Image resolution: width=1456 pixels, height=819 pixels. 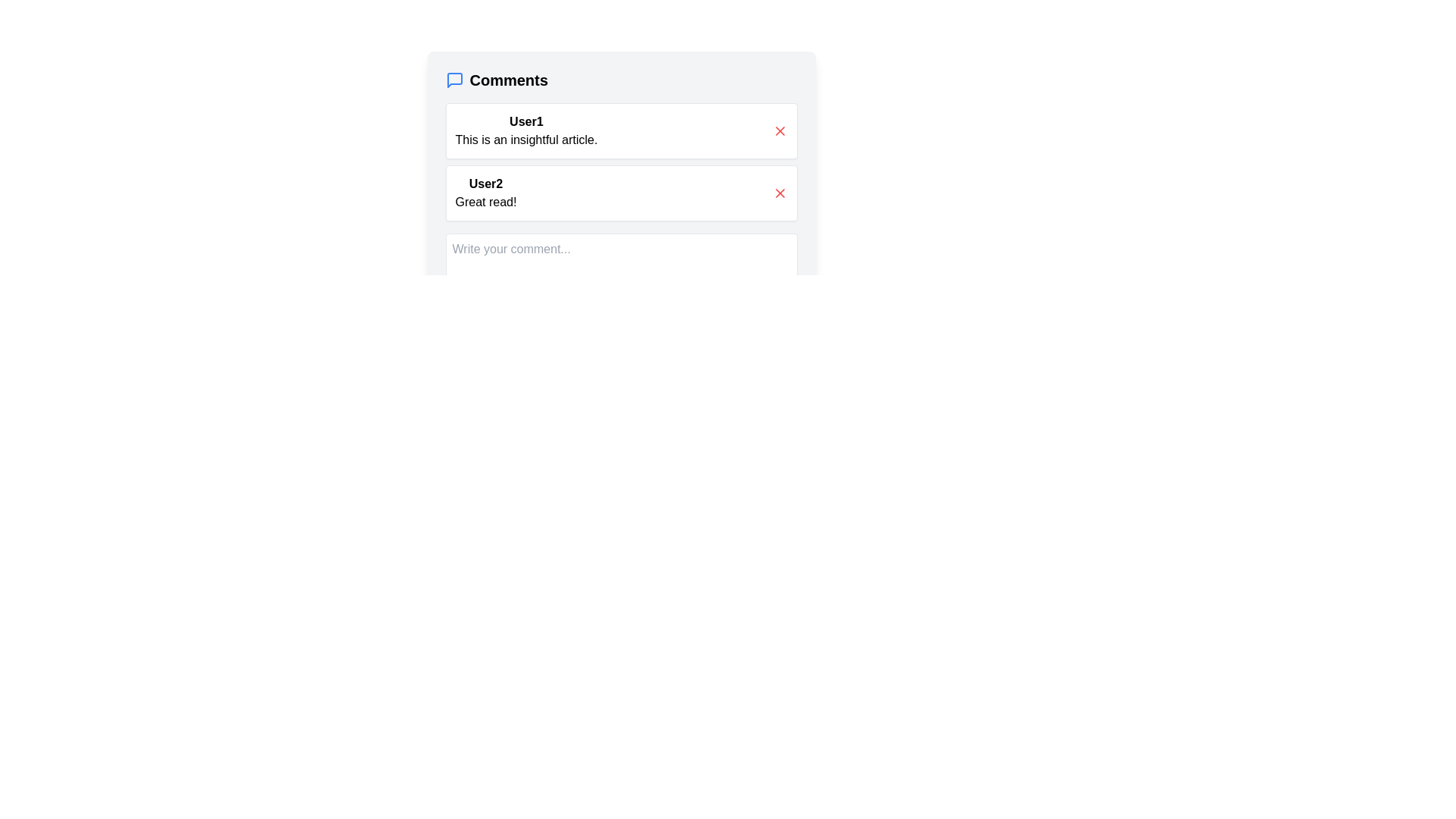 What do you see at coordinates (780, 192) in the screenshot?
I see `the 'X' icon located in the top-right corner of the second comment block, which is associated with removing or dismissing the comment 'User2: Great read!'` at bounding box center [780, 192].